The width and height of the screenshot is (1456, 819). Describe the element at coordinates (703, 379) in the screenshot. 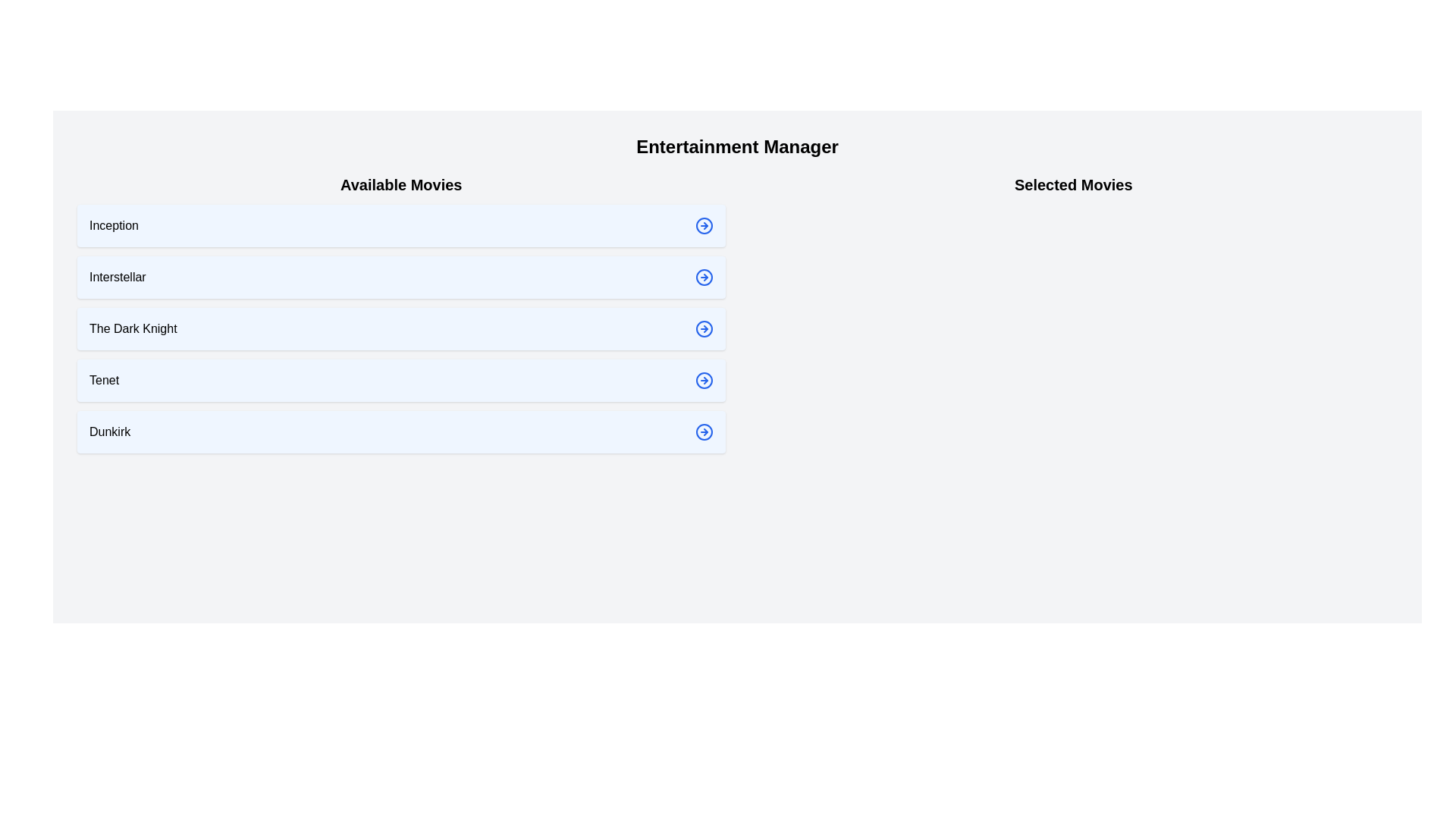

I see `the arrow icon next to the movie Tenet to select it` at that location.